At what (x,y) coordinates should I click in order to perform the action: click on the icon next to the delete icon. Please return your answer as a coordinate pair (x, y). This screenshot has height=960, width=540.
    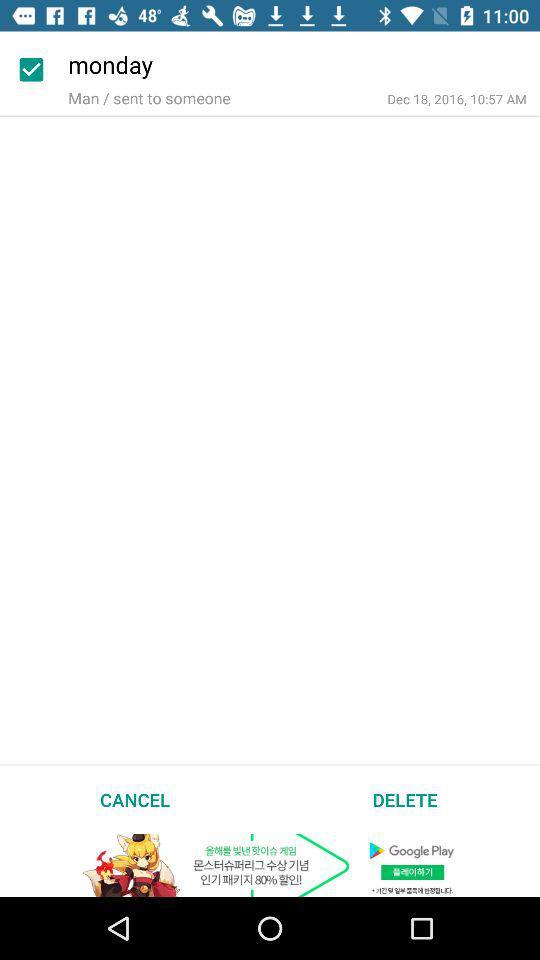
    Looking at the image, I should click on (135, 799).